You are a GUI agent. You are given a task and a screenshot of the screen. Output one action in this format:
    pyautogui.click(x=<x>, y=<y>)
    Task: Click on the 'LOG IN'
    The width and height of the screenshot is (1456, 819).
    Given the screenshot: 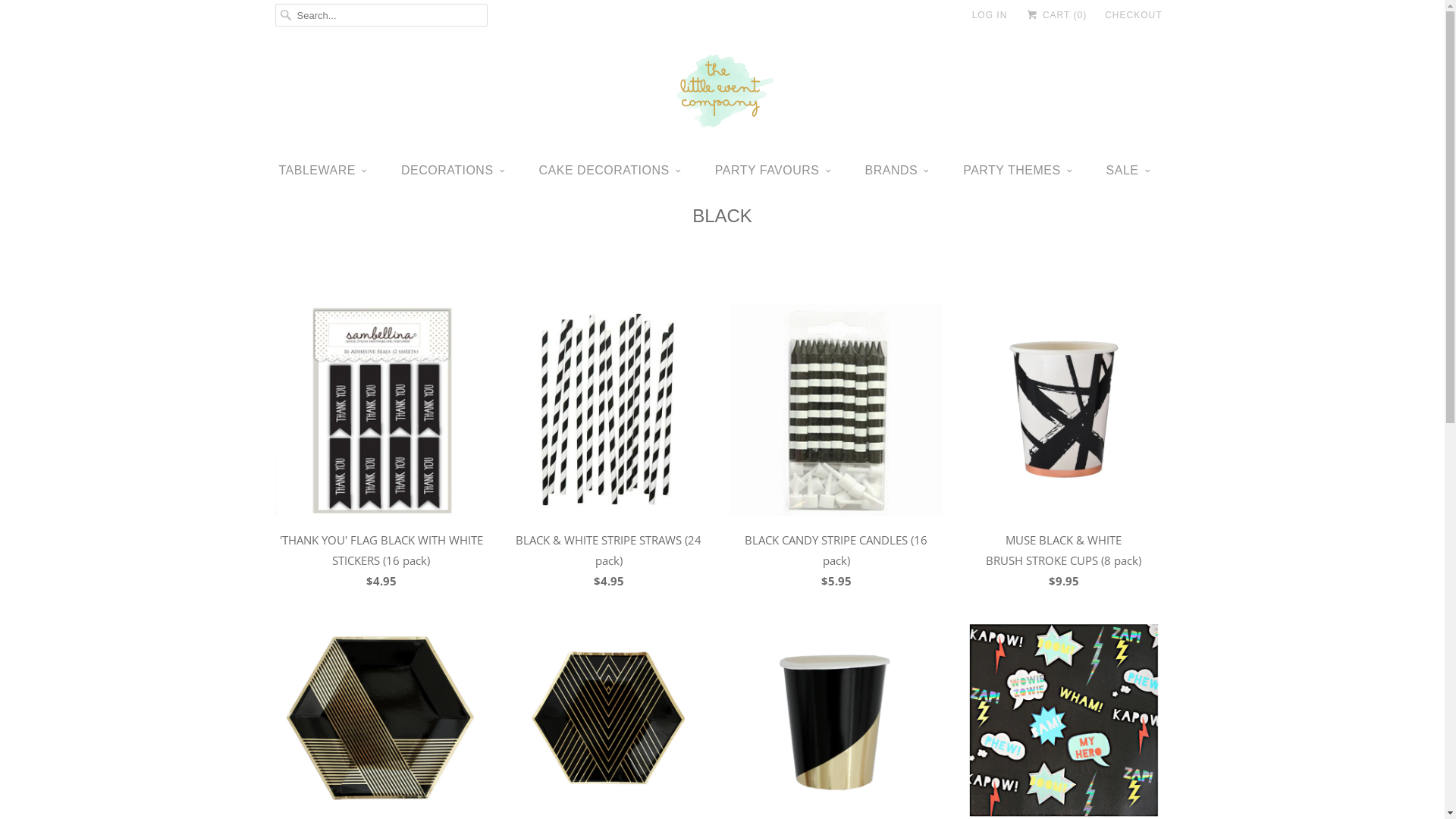 What is the action you would take?
    pyautogui.click(x=990, y=14)
    